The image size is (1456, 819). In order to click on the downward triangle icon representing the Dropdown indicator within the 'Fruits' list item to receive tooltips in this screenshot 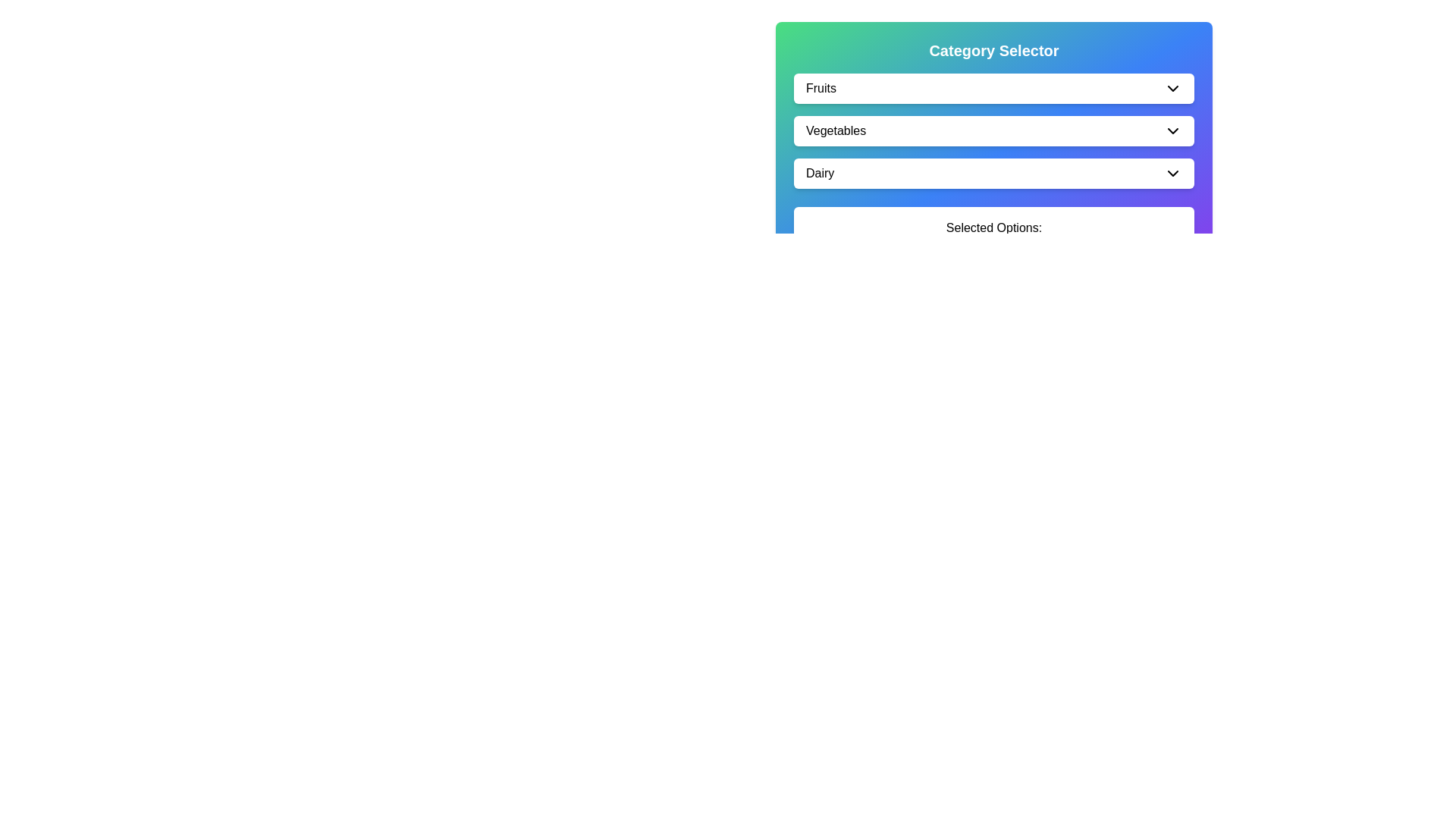, I will do `click(1172, 88)`.